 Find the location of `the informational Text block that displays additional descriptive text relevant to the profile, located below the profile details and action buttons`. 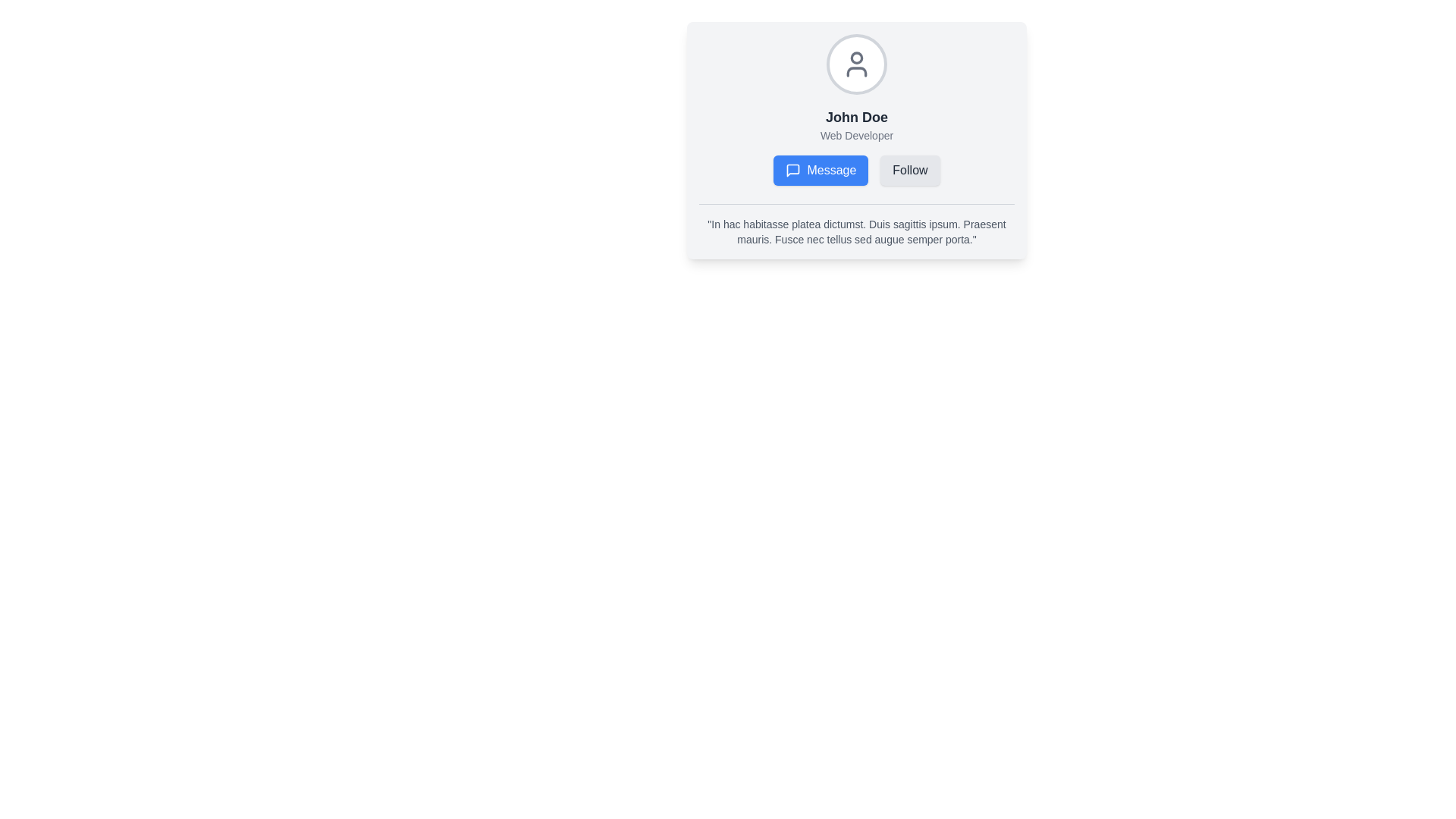

the informational Text block that displays additional descriptive text relevant to the profile, located below the profile details and action buttons is located at coordinates (856, 231).